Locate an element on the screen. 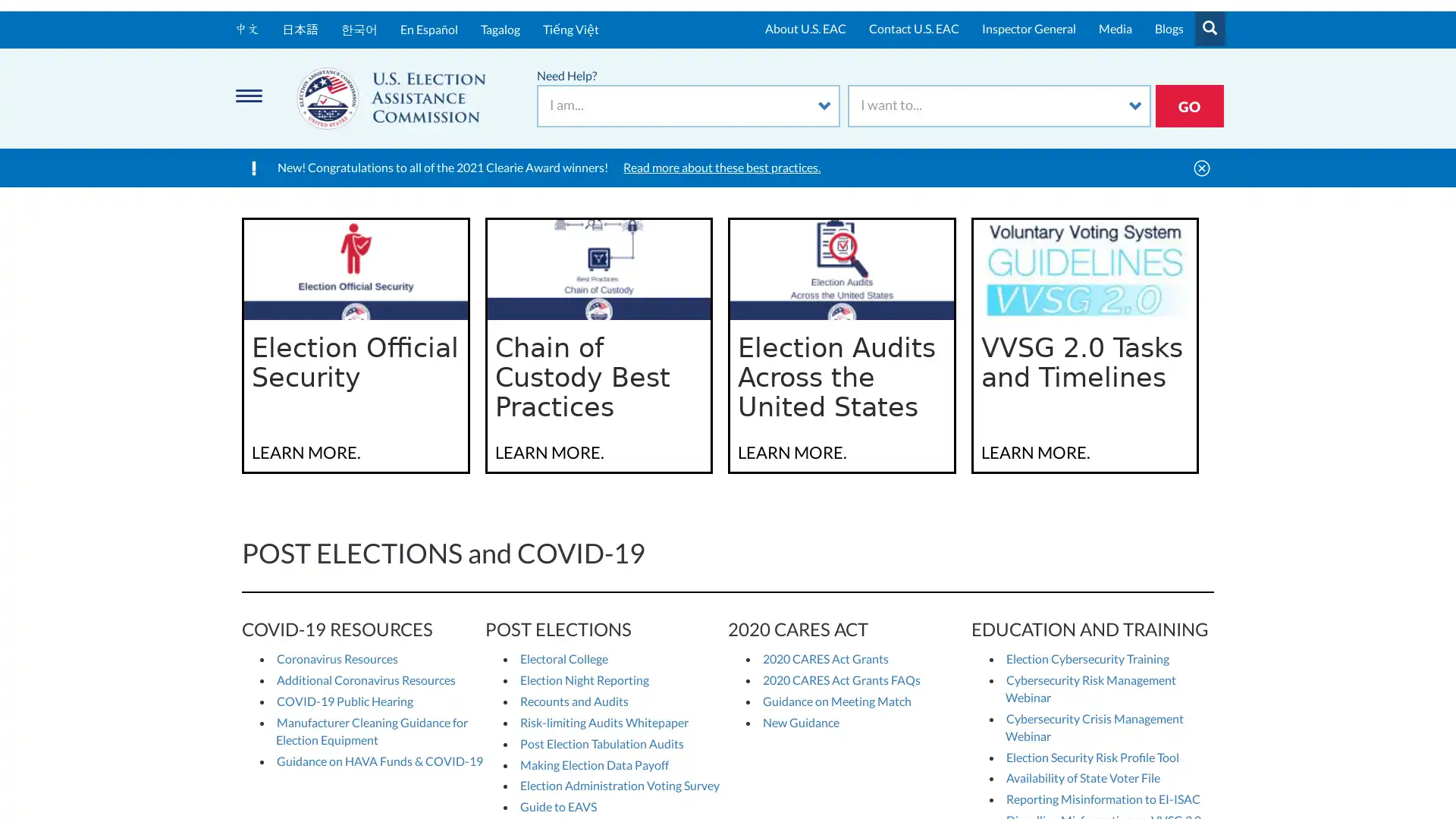 This screenshot has height=819, width=1456. Menu is located at coordinates (249, 96).